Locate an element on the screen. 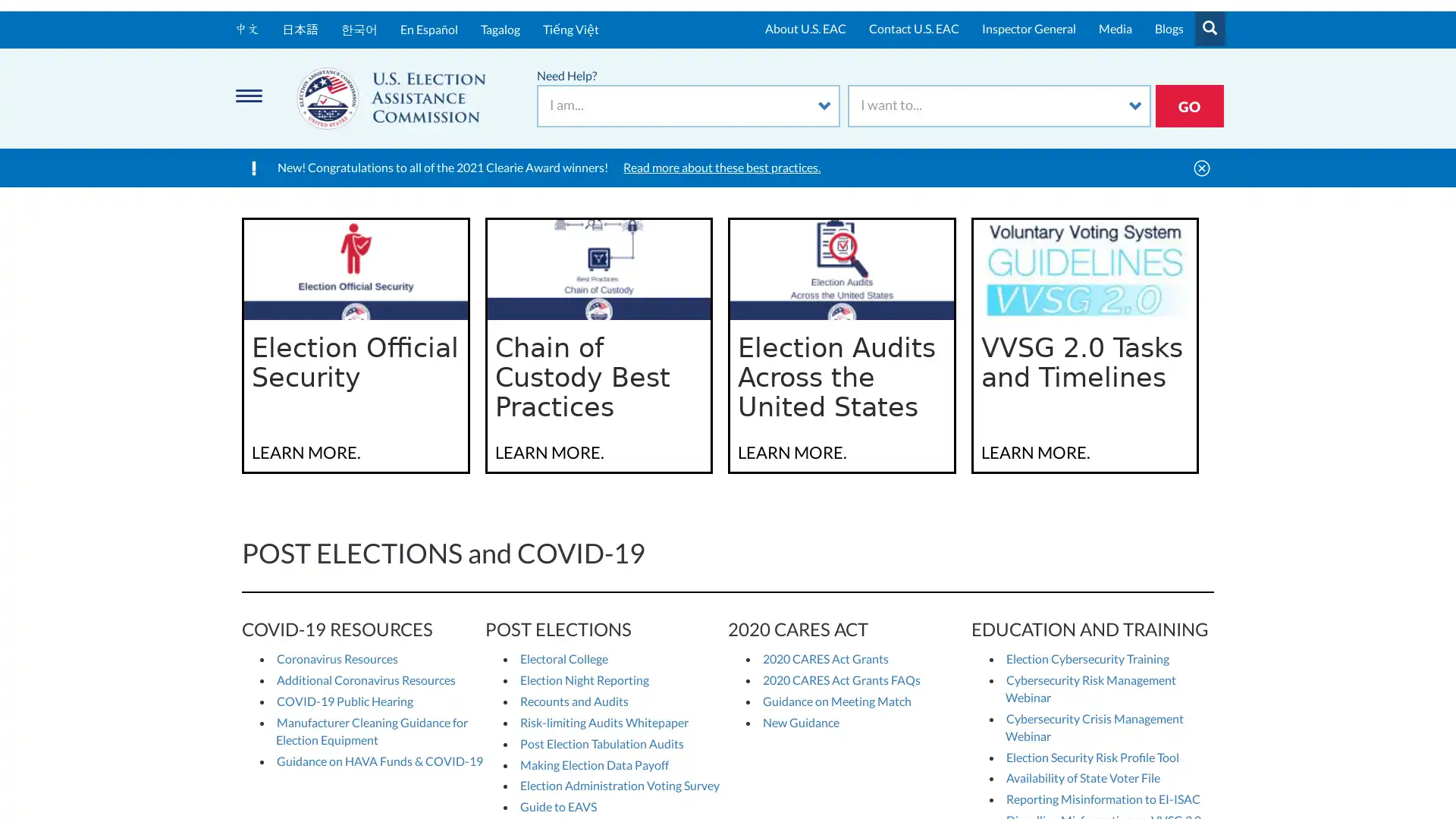 This screenshot has height=819, width=1456. Menu is located at coordinates (249, 96).